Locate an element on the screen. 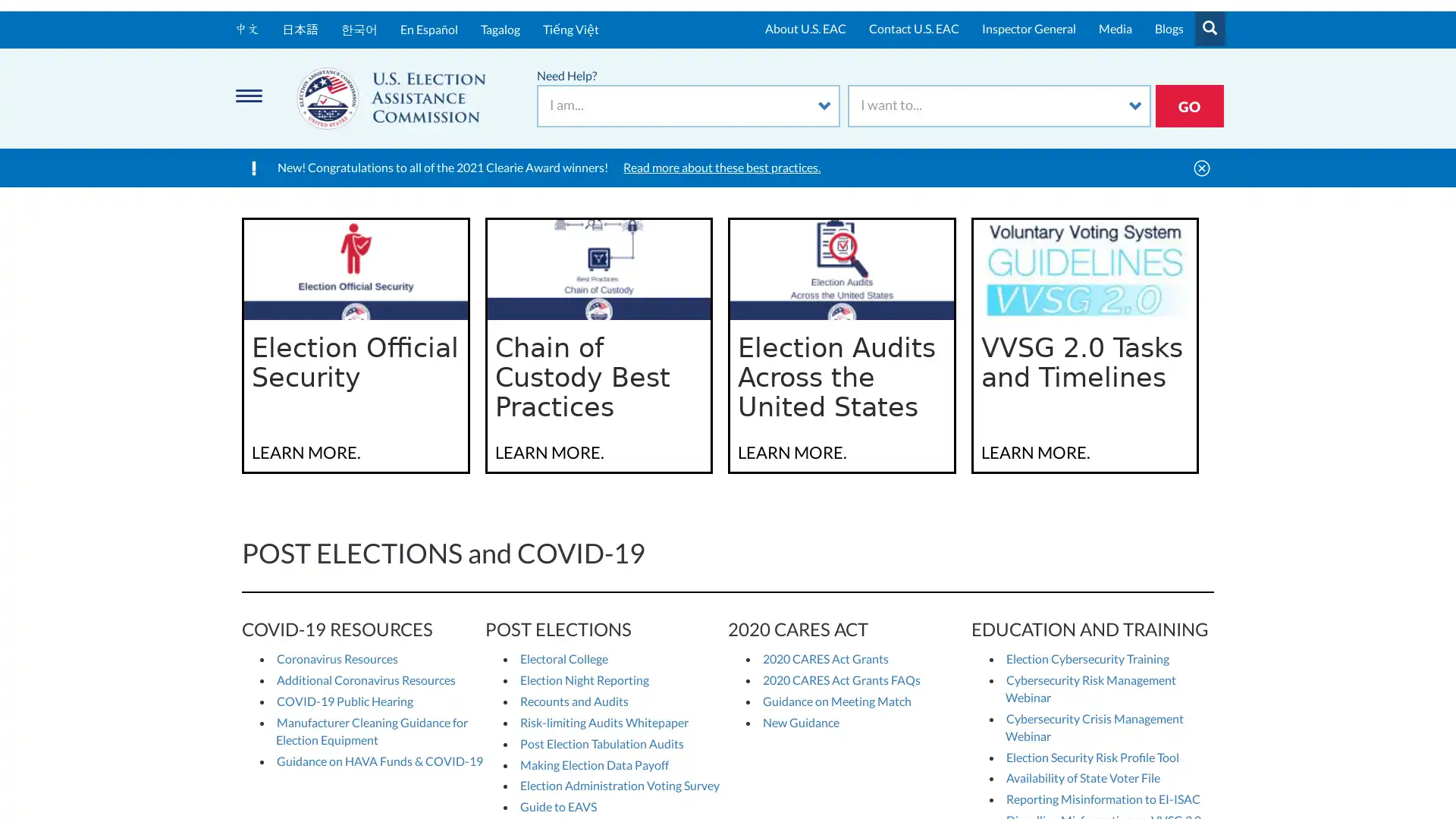 This screenshot has height=819, width=1456. Menu is located at coordinates (249, 96).